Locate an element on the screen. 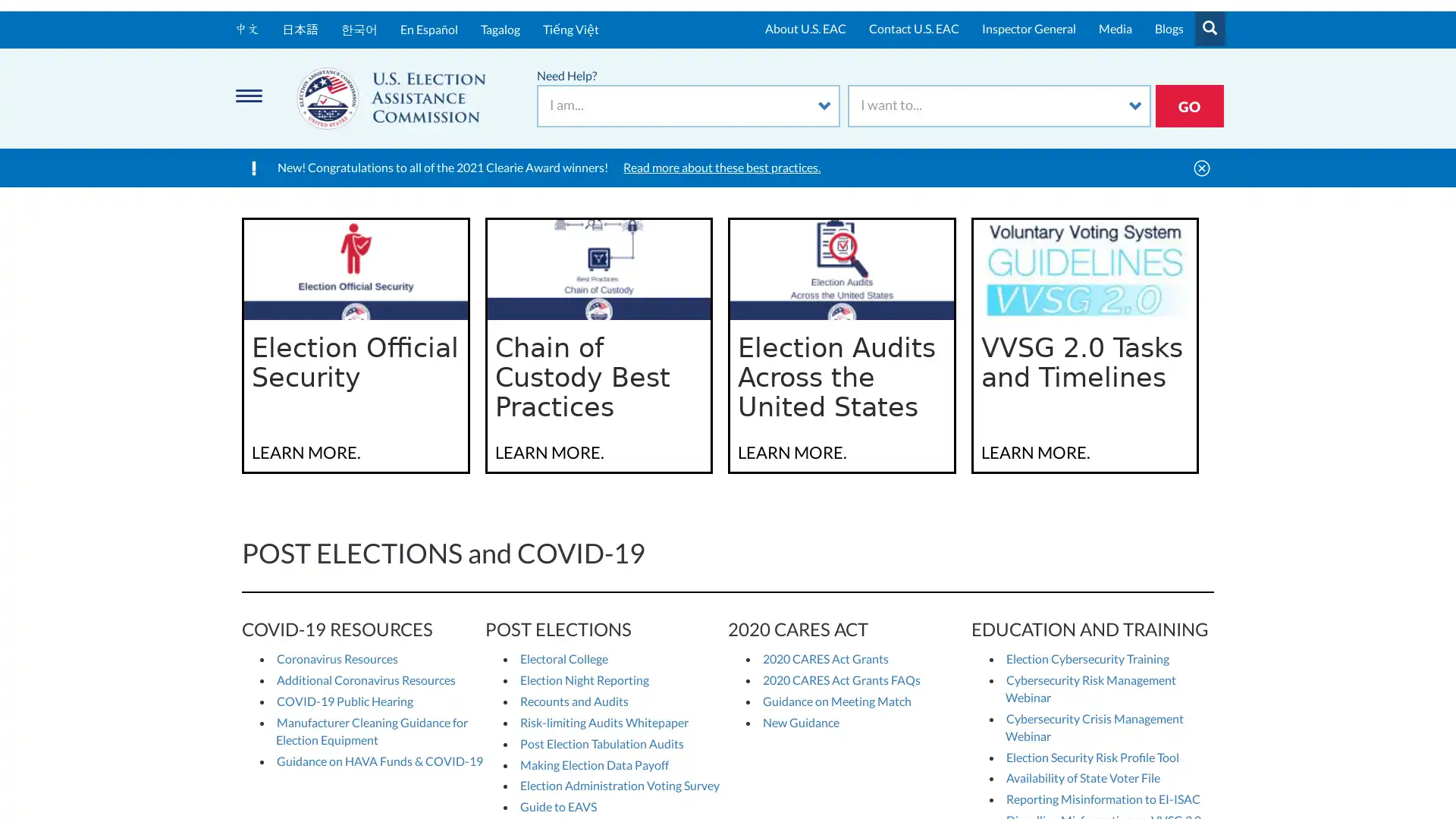 This screenshot has height=819, width=1456. Menu is located at coordinates (249, 96).